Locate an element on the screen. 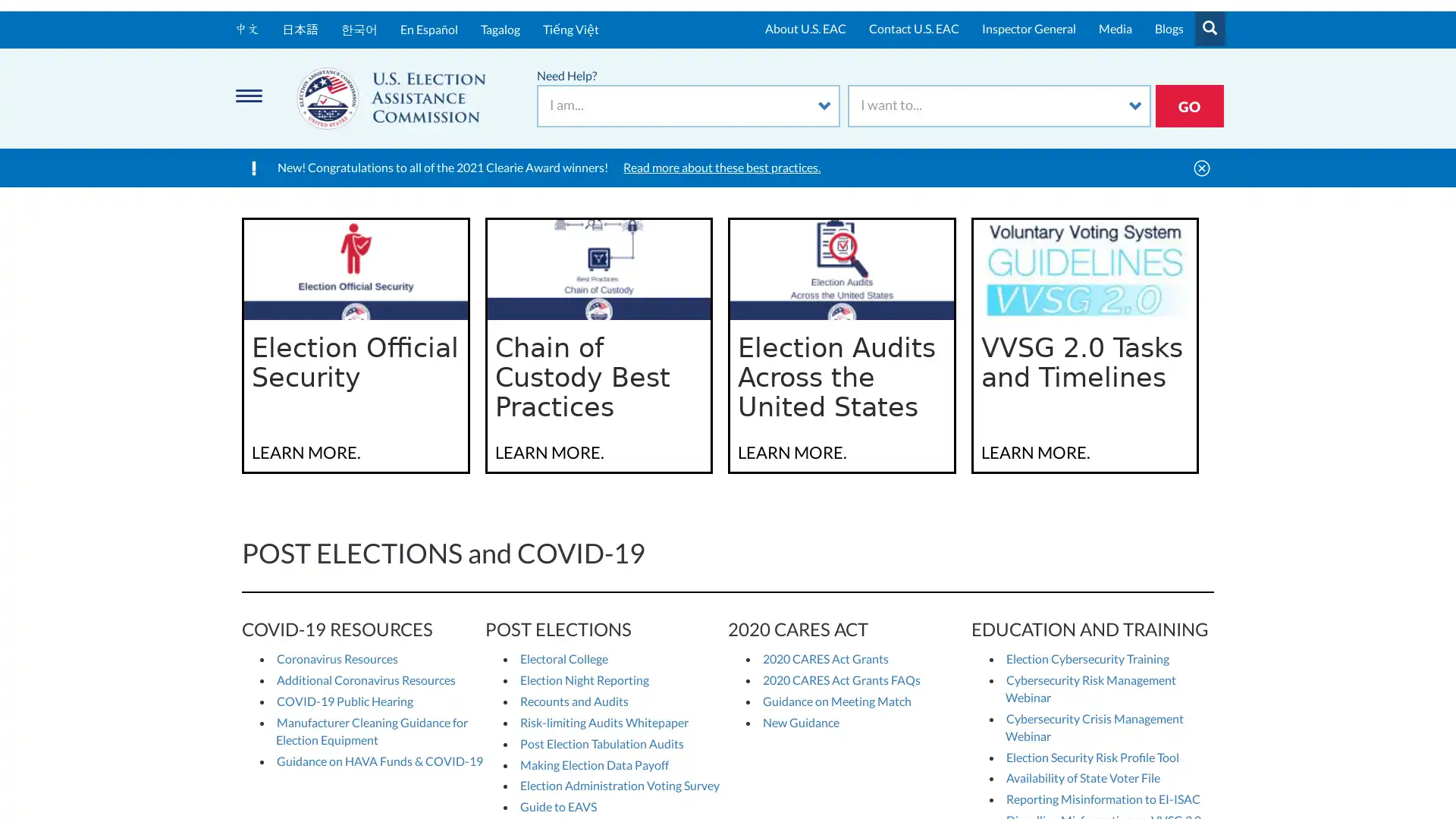 This screenshot has height=819, width=1456. Menu is located at coordinates (249, 96).